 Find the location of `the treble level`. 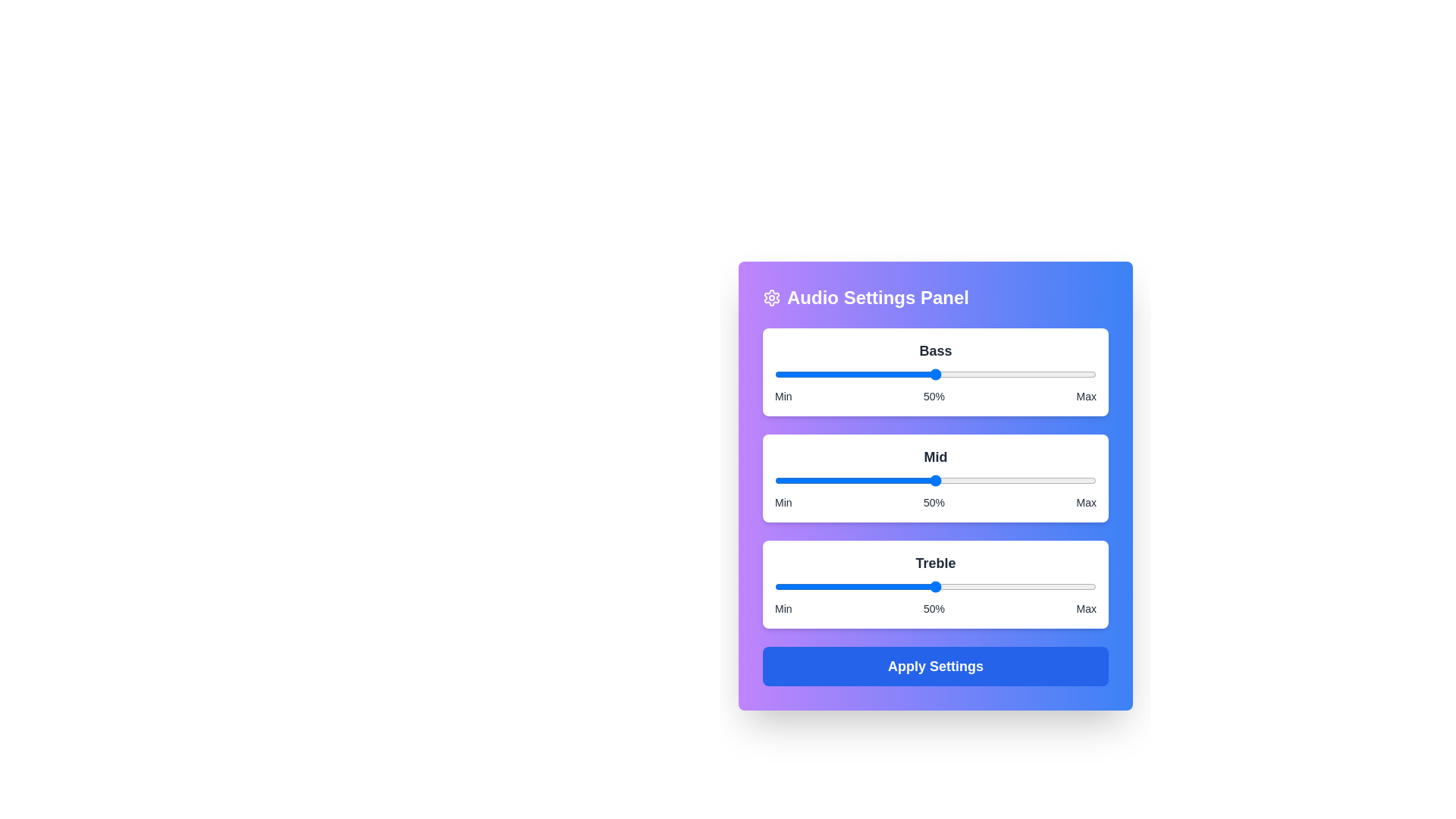

the treble level is located at coordinates (1060, 586).